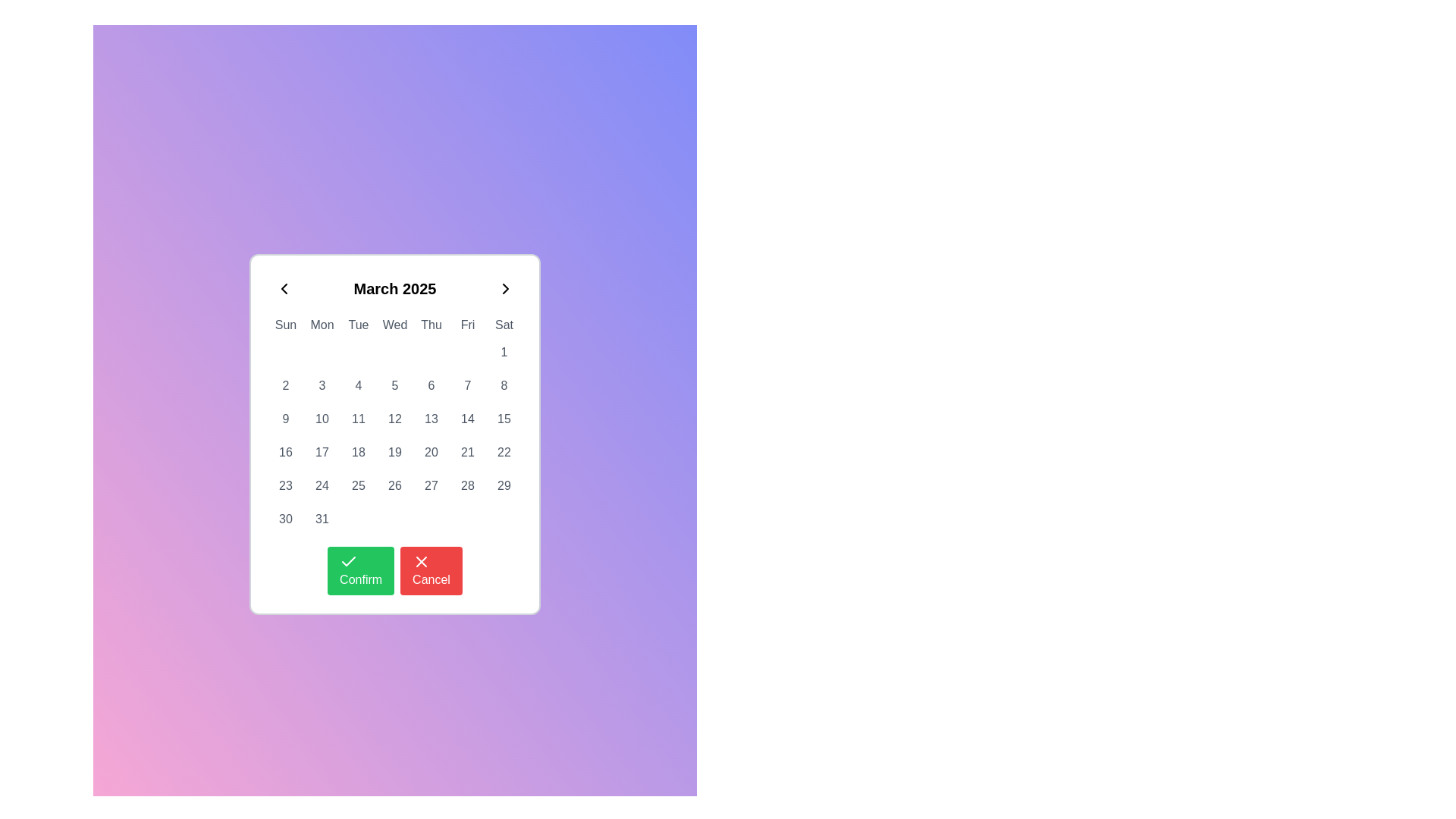 This screenshot has height=819, width=1456. What do you see at coordinates (506, 289) in the screenshot?
I see `the navigational arrow in the calendar interface located at the top-right corner, adjacent to the text 'March 2025'` at bounding box center [506, 289].